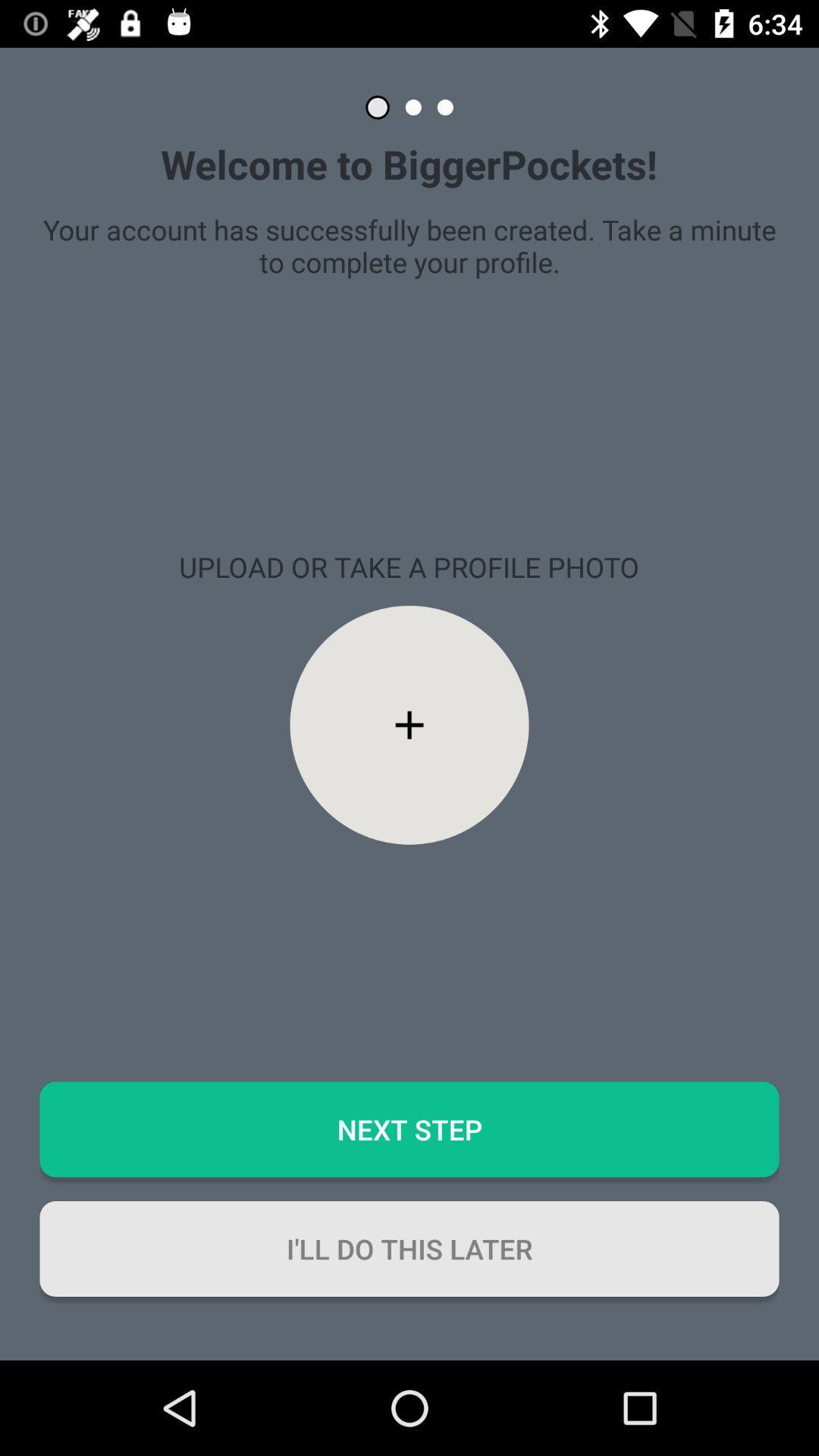 The height and width of the screenshot is (1456, 819). Describe the element at coordinates (409, 1129) in the screenshot. I see `the item above i ll do icon` at that location.